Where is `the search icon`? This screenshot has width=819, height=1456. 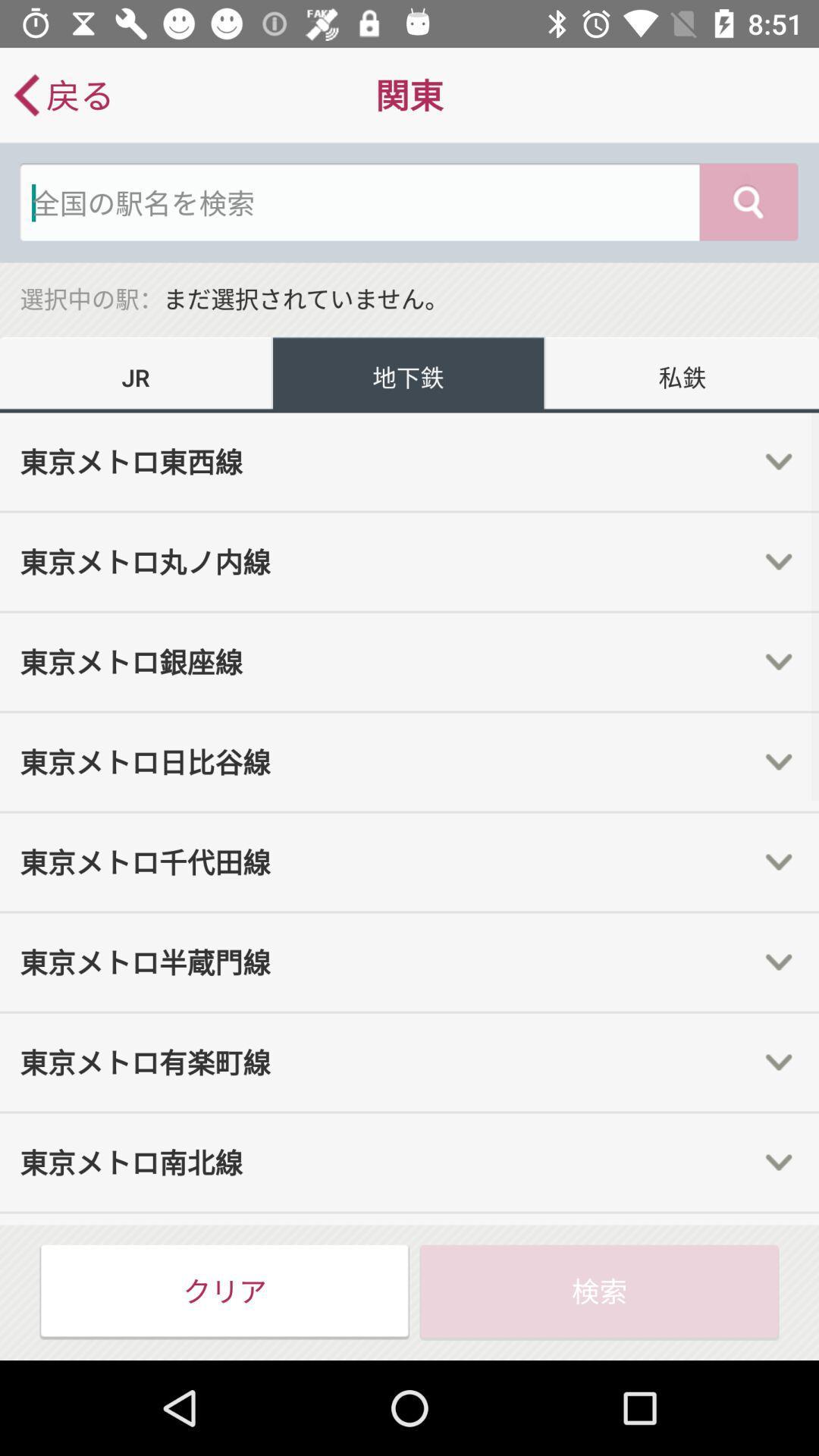
the search icon is located at coordinates (748, 202).